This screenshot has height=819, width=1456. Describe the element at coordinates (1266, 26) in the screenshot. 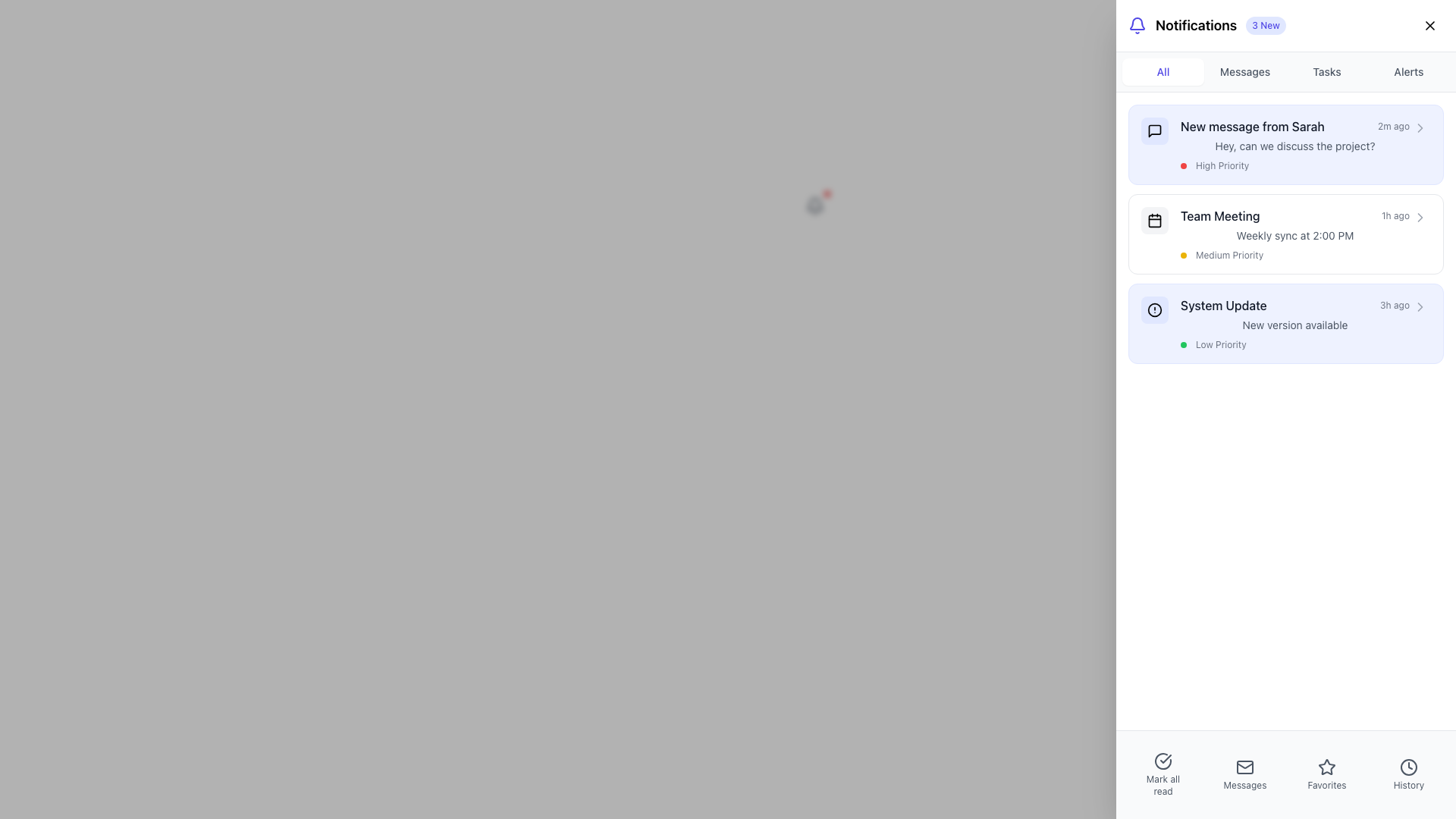

I see `the Badge displaying '3 New' with a light indigo background located in the top-right corner of the notification header bar, next to the 'Notifications' label` at that location.